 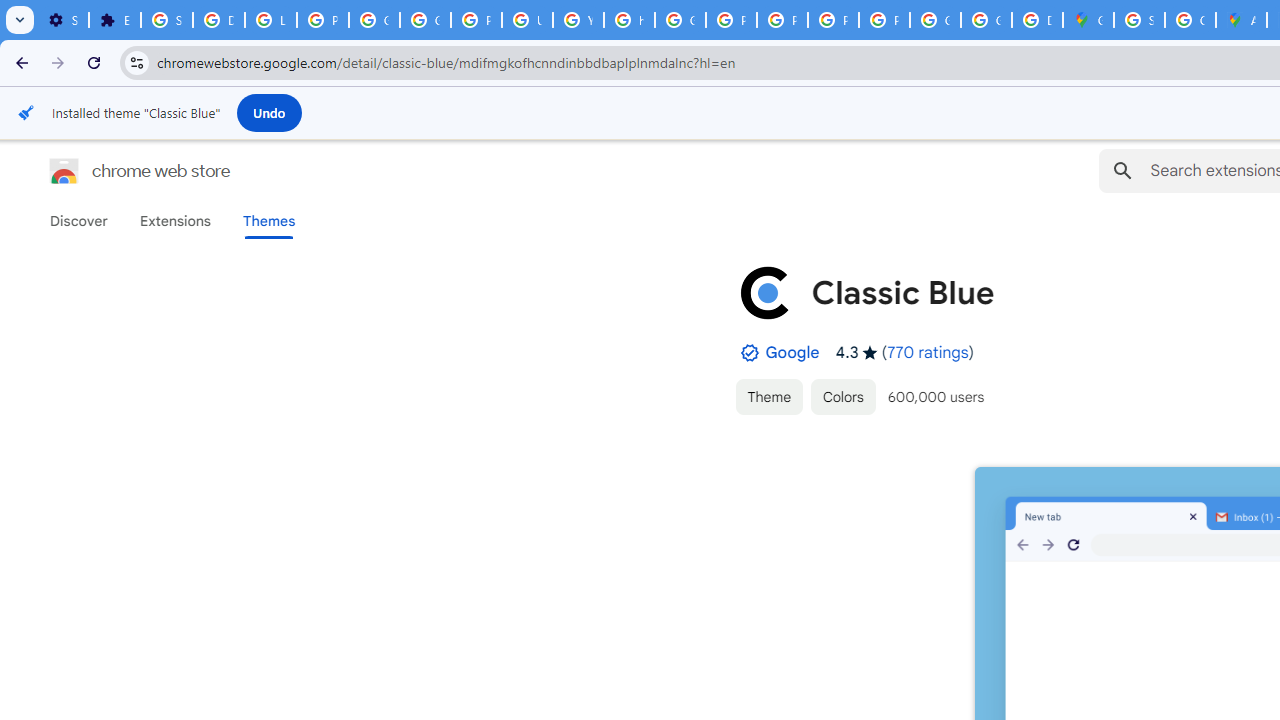 What do you see at coordinates (927, 351) in the screenshot?
I see `'770 ratings'` at bounding box center [927, 351].